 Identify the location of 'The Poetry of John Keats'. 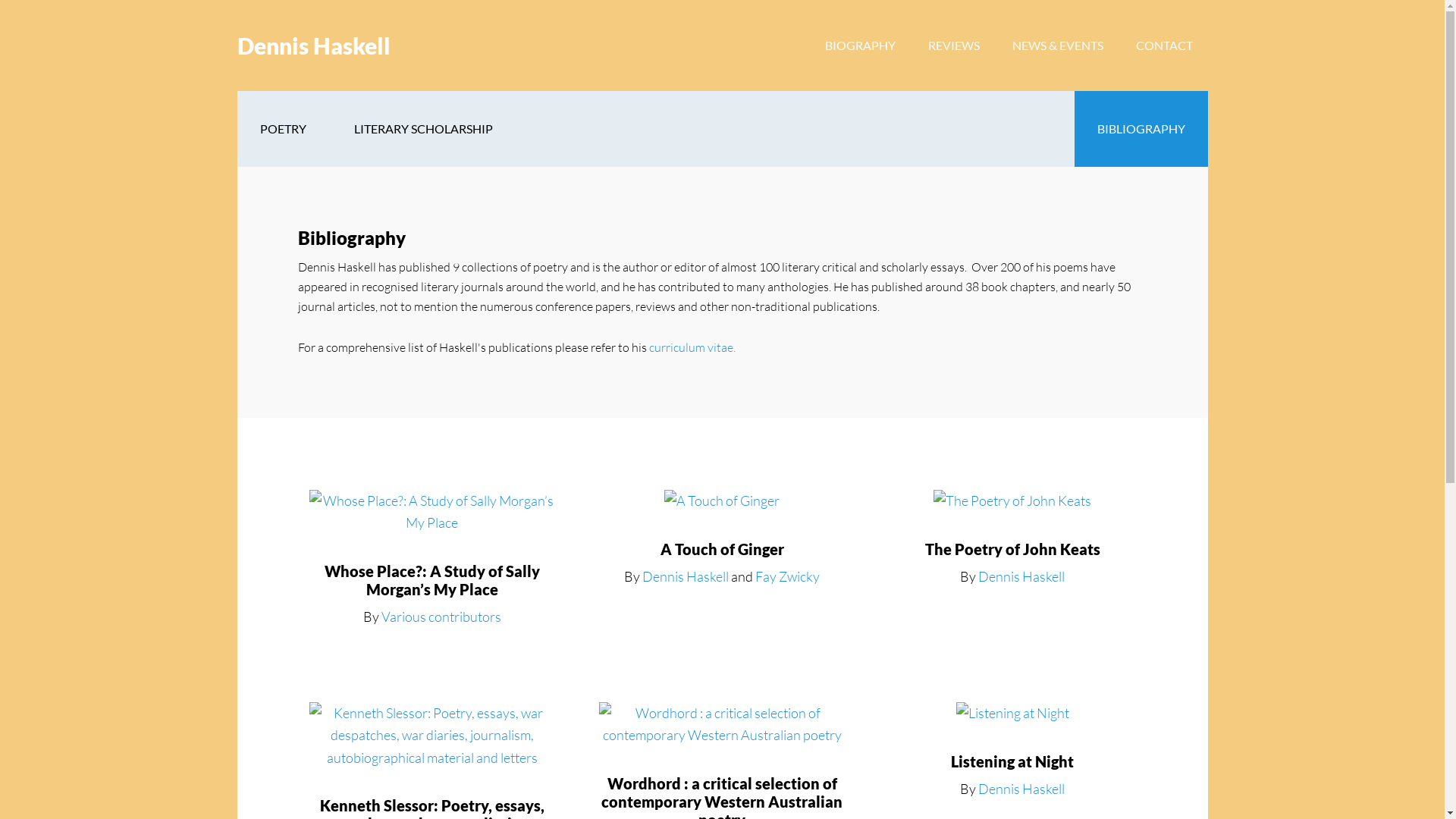
(1012, 549).